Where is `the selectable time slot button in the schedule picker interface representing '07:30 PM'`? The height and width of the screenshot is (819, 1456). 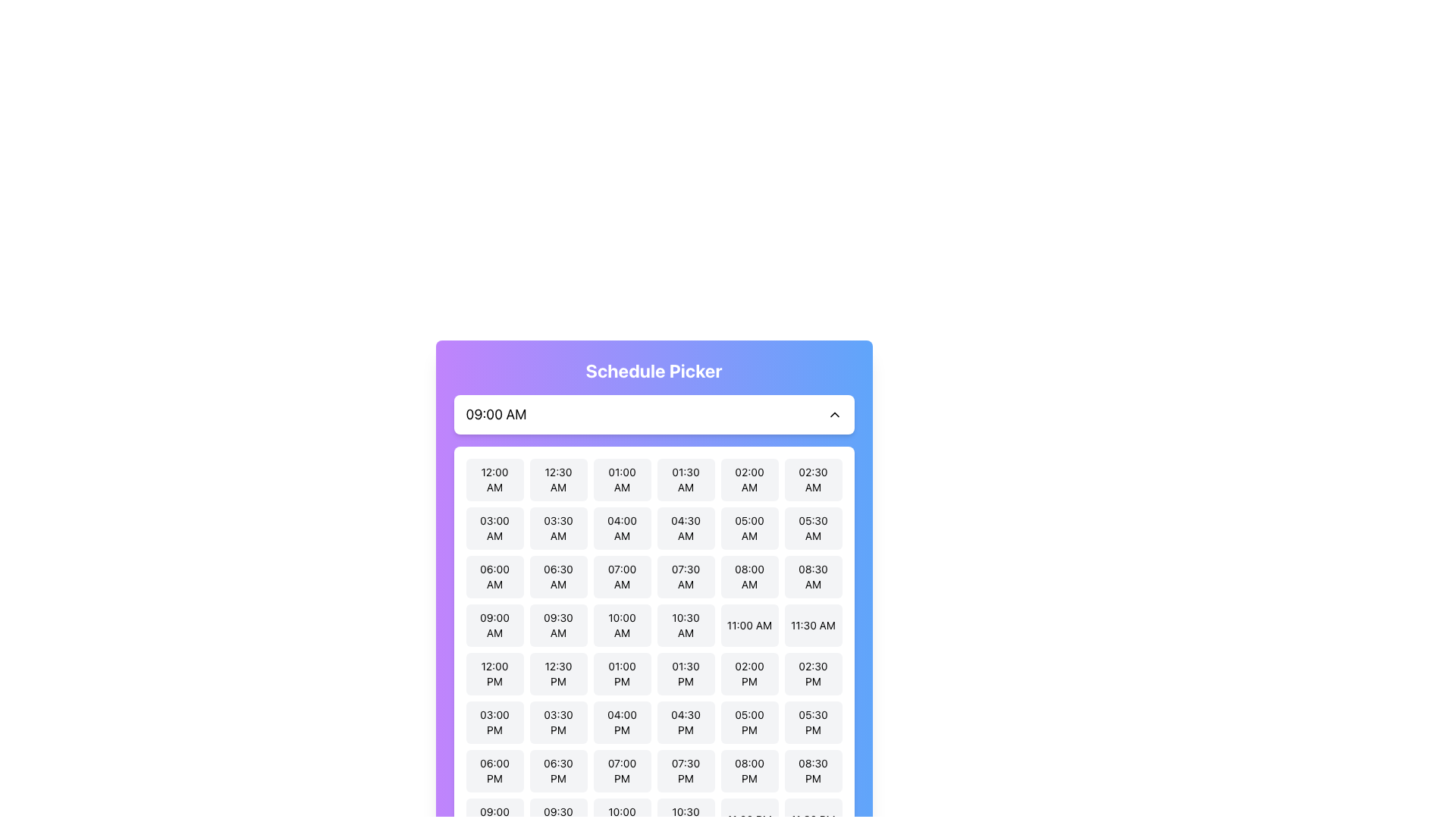 the selectable time slot button in the schedule picker interface representing '07:30 PM' is located at coordinates (685, 771).